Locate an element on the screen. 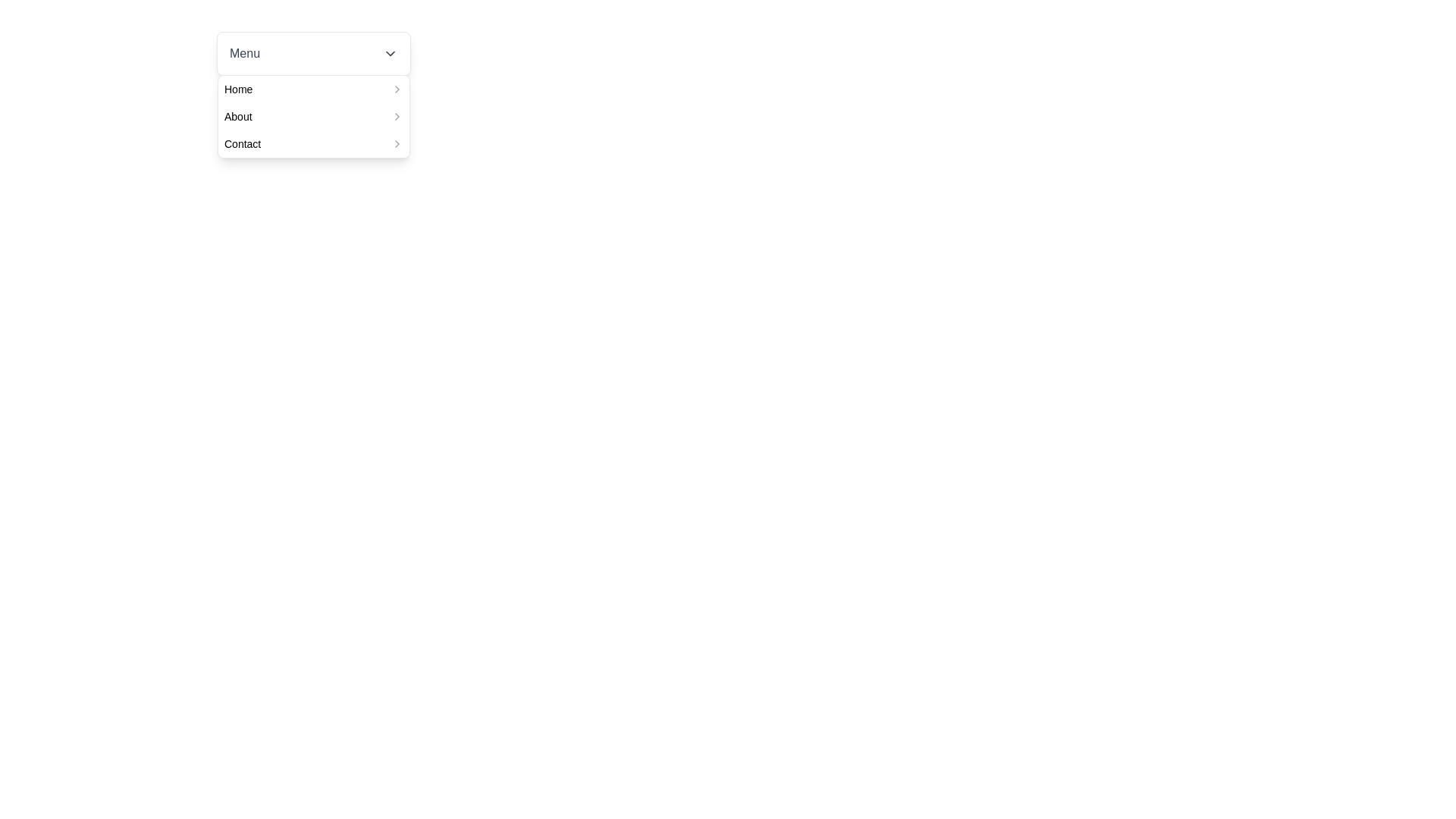 This screenshot has width=1456, height=819. the 'Menu' dropdown toggle button located at the top of the content list is located at coordinates (312, 52).